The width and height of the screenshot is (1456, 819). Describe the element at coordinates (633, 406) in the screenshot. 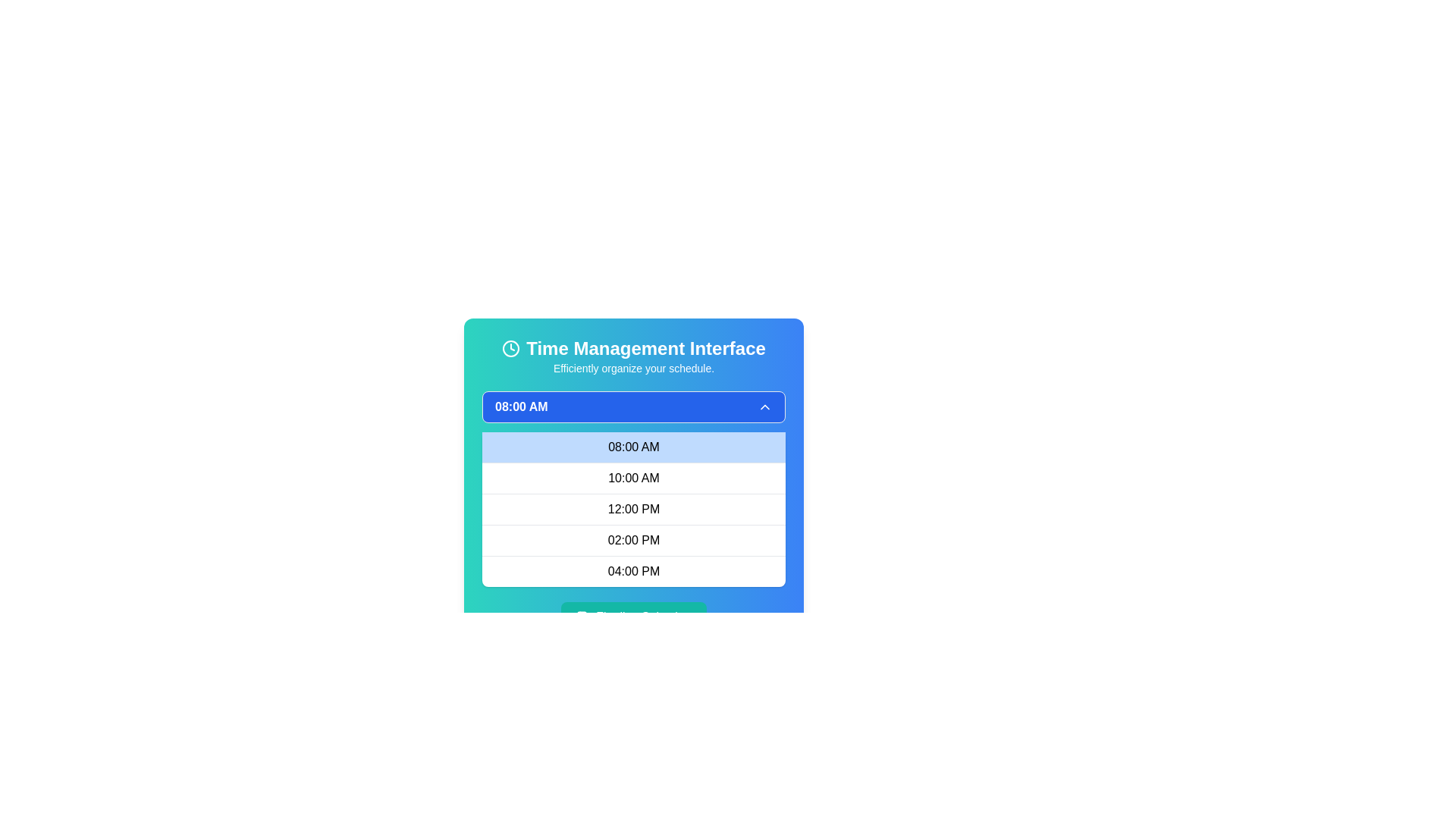

I see `the blue button labeled '08:00 AM' in the time selection dropdown` at that location.